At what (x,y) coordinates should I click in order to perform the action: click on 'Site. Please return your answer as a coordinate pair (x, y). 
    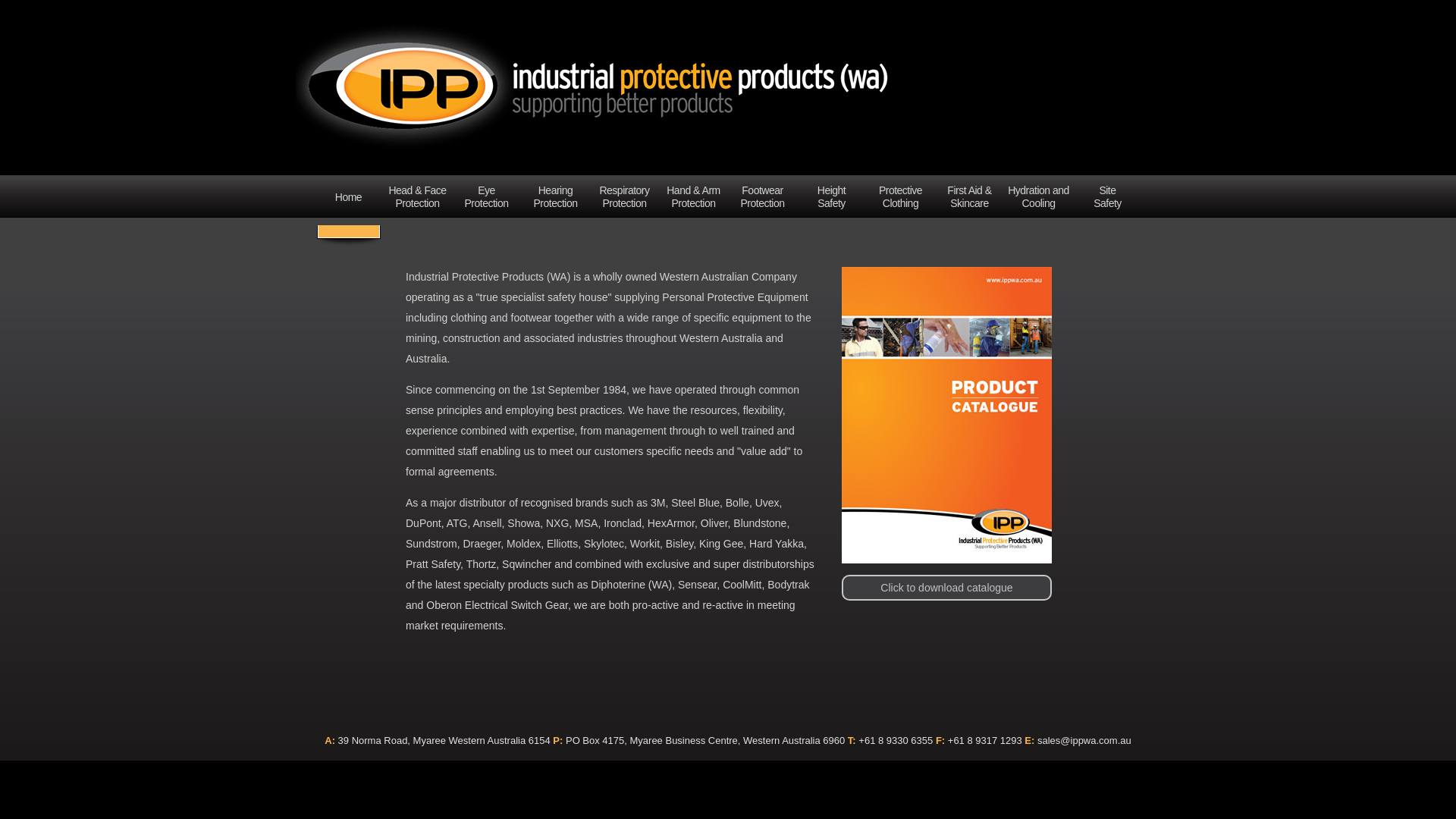
    Looking at the image, I should click on (1092, 196).